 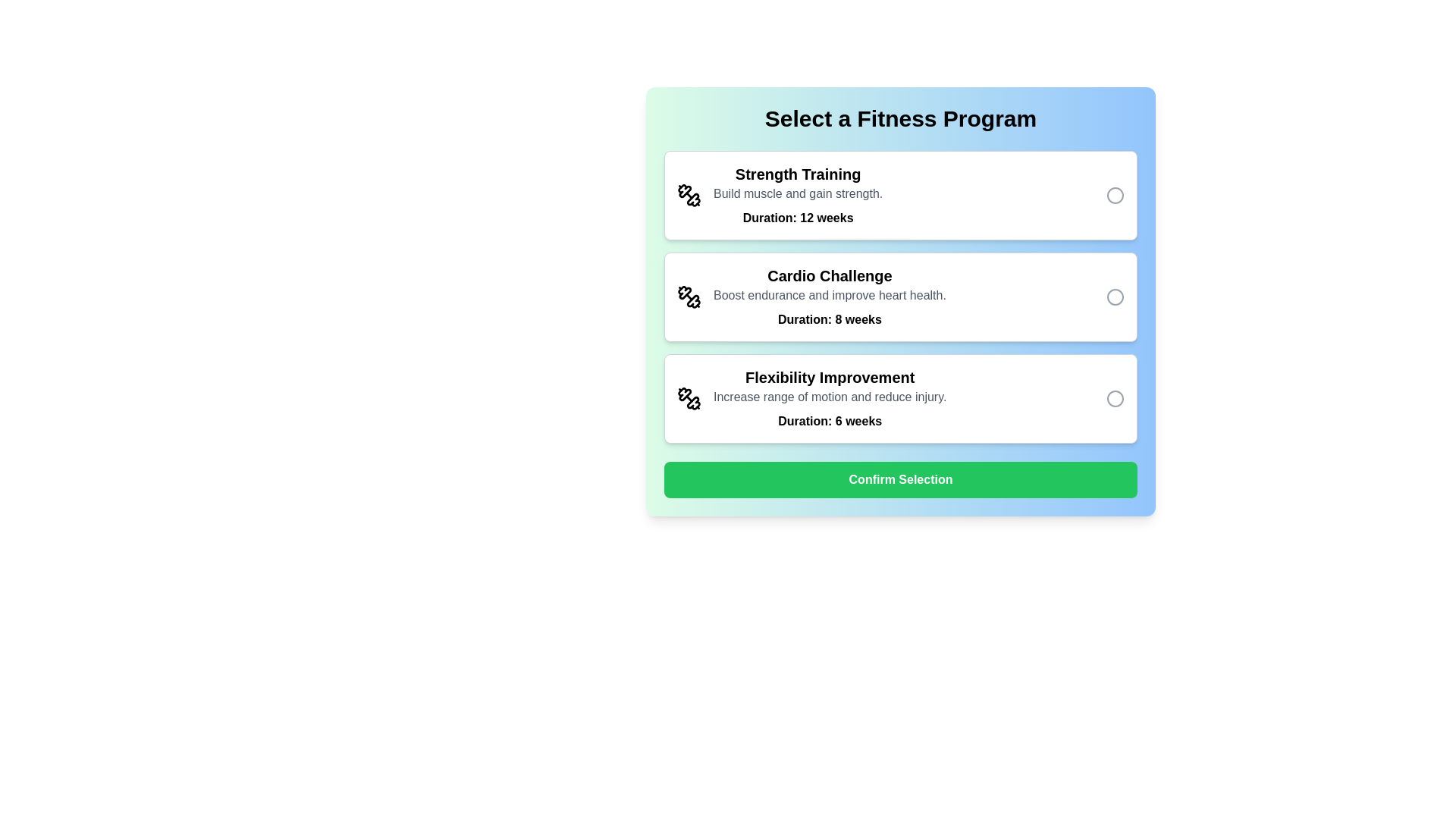 I want to click on the green 'Confirm Selection' button located at the bottom of the 'Select a Fitness Program' modal to confirm the selection, so click(x=901, y=479).